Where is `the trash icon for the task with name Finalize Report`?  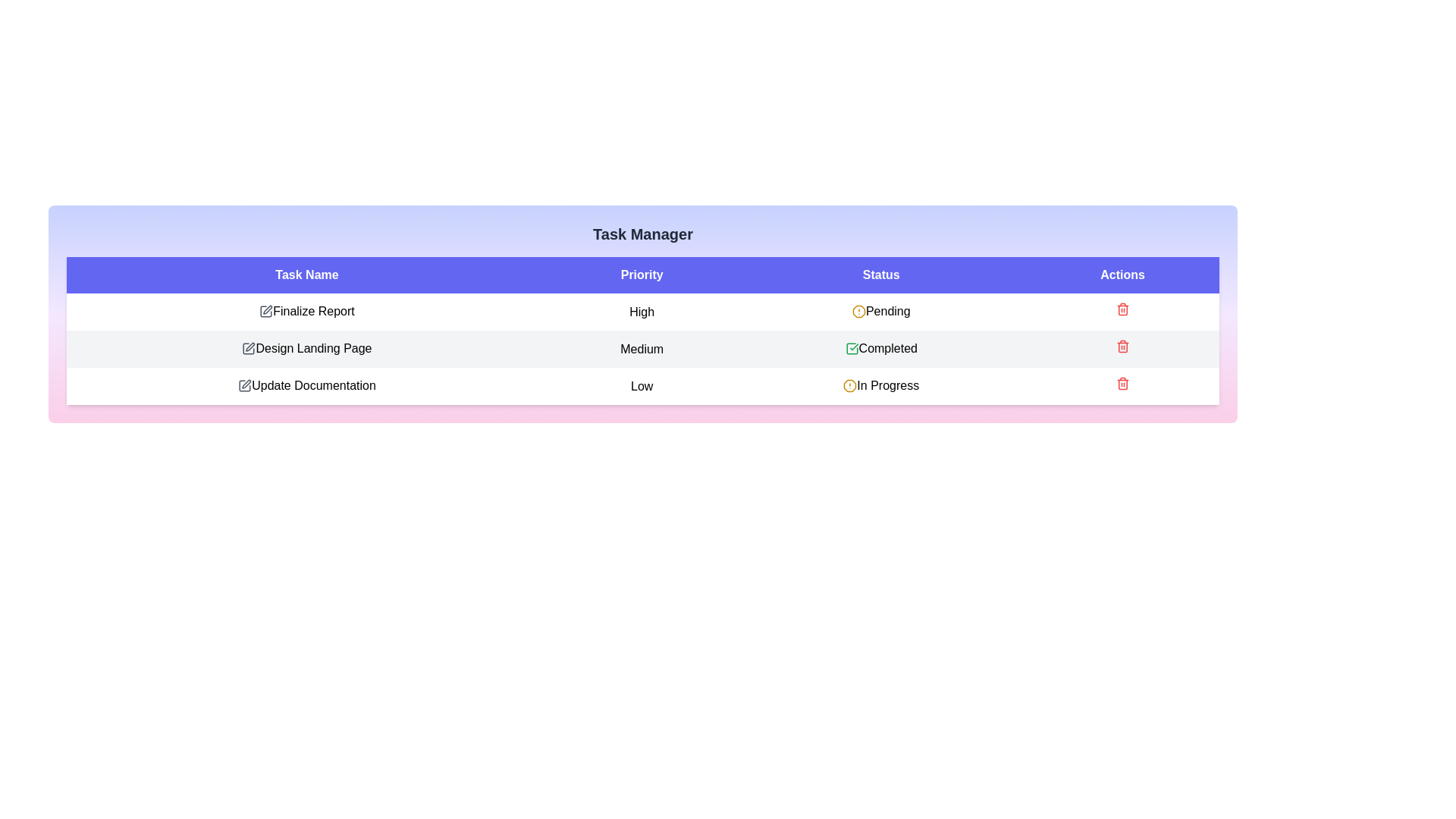 the trash icon for the task with name Finalize Report is located at coordinates (1122, 309).